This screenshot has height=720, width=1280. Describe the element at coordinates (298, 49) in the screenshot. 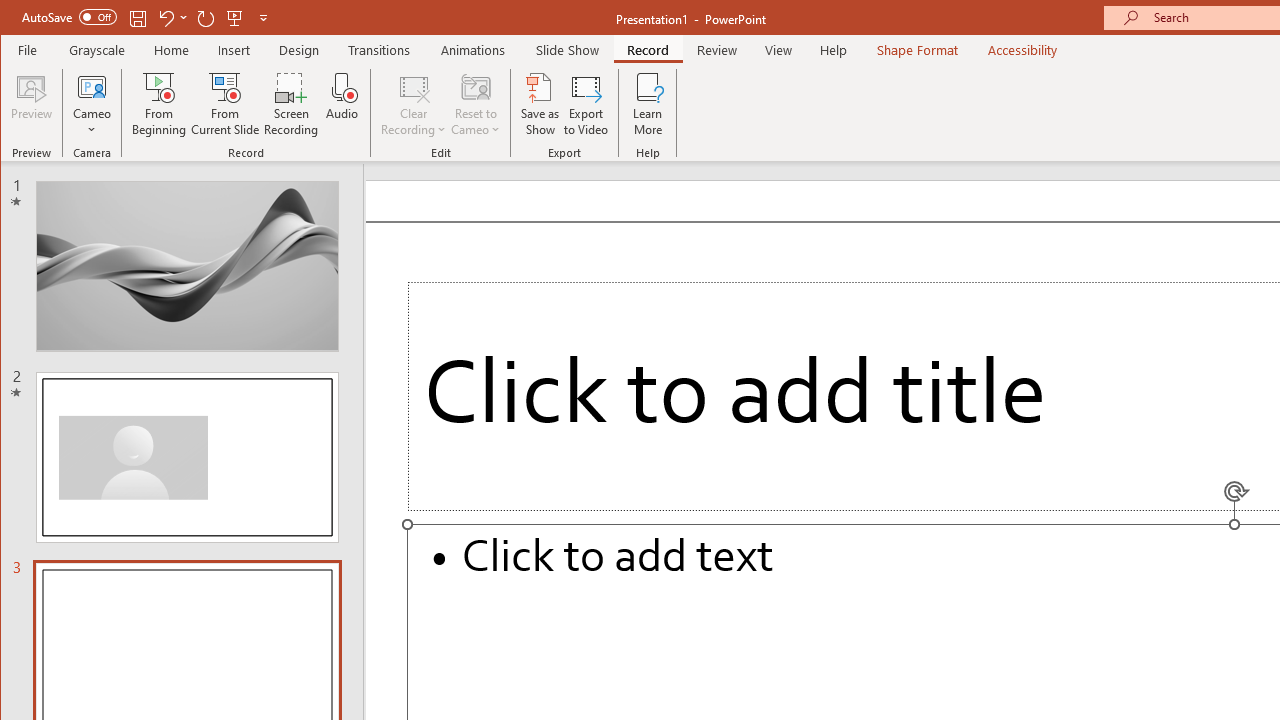

I see `'Design'` at that location.